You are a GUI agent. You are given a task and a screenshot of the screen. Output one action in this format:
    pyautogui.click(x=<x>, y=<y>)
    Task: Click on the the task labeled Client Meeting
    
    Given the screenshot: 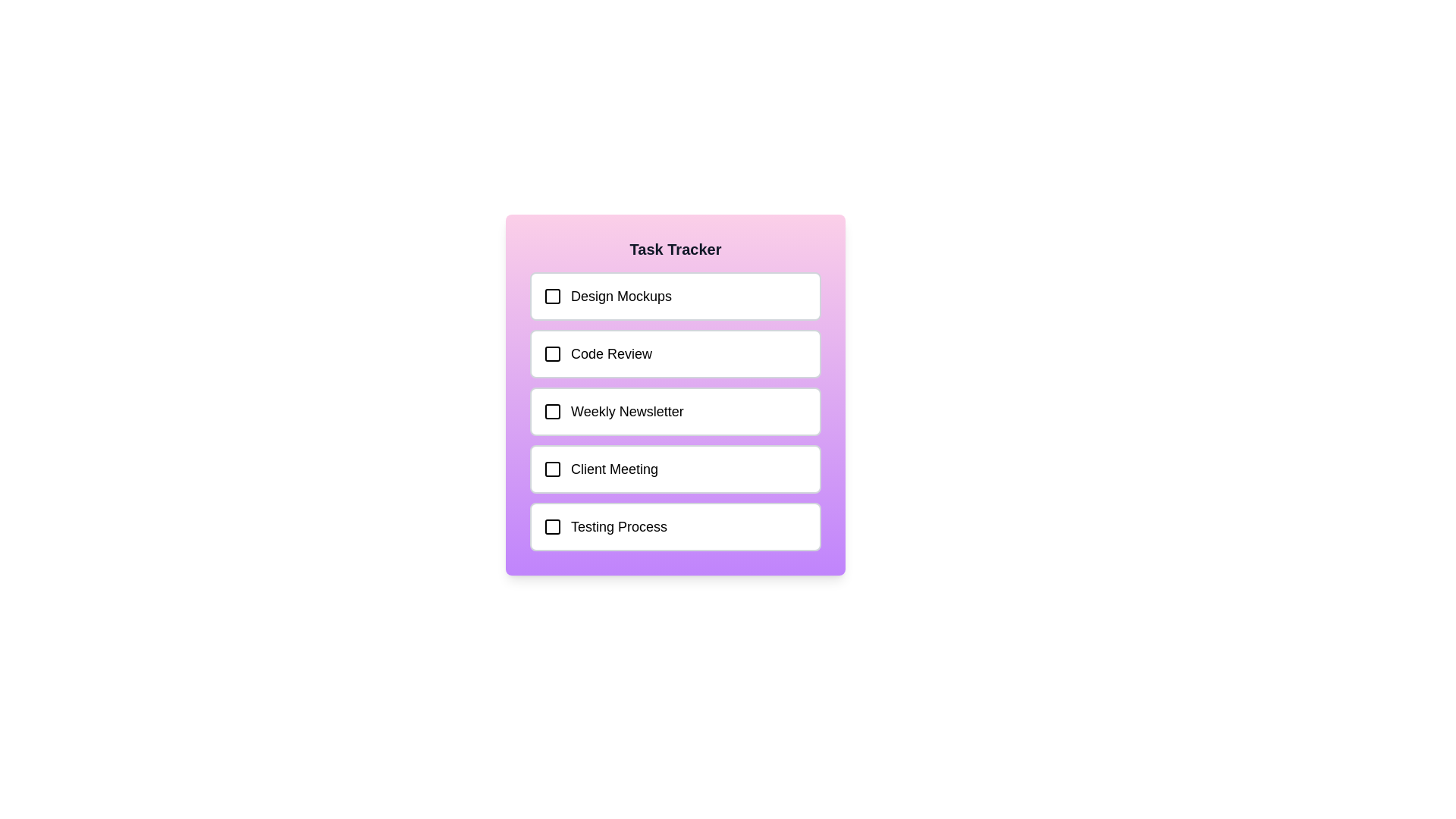 What is the action you would take?
    pyautogui.click(x=675, y=468)
    